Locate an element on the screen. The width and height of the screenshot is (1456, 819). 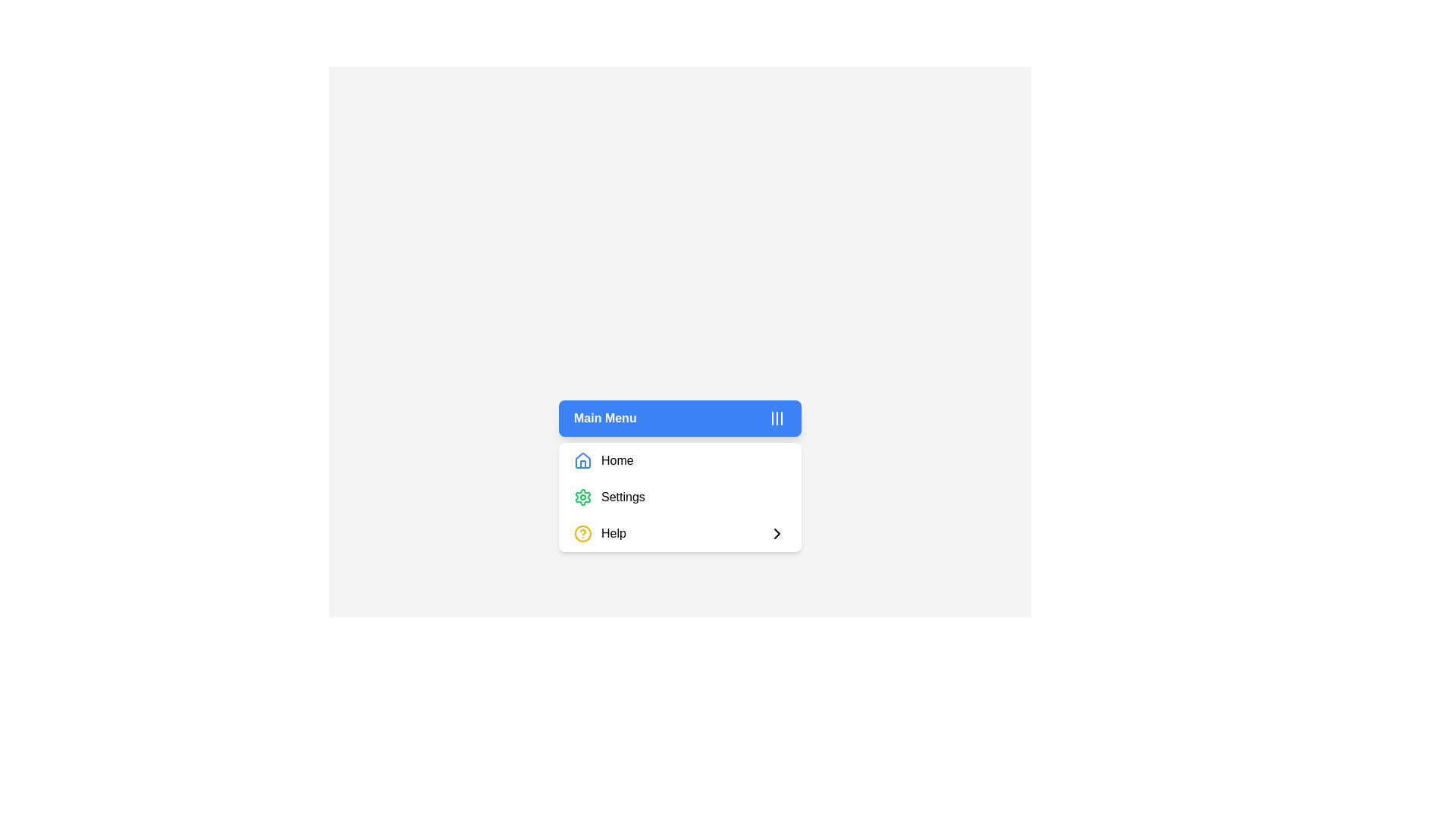
the right-facing chevron arrow icon associated with the 'Help' menu is located at coordinates (777, 533).